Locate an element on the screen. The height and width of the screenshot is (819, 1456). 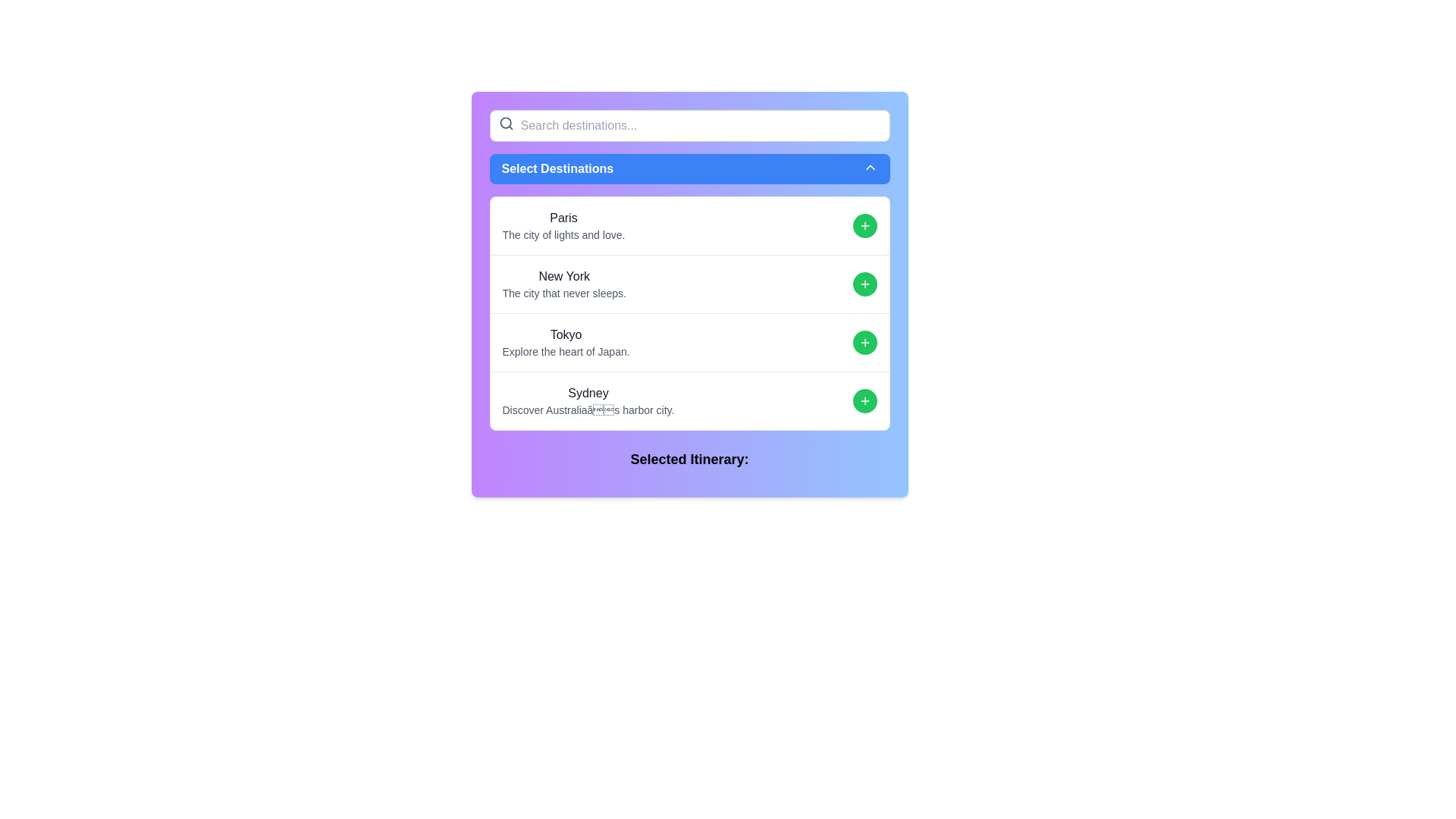
the bold text label displaying 'New York' is located at coordinates (563, 277).